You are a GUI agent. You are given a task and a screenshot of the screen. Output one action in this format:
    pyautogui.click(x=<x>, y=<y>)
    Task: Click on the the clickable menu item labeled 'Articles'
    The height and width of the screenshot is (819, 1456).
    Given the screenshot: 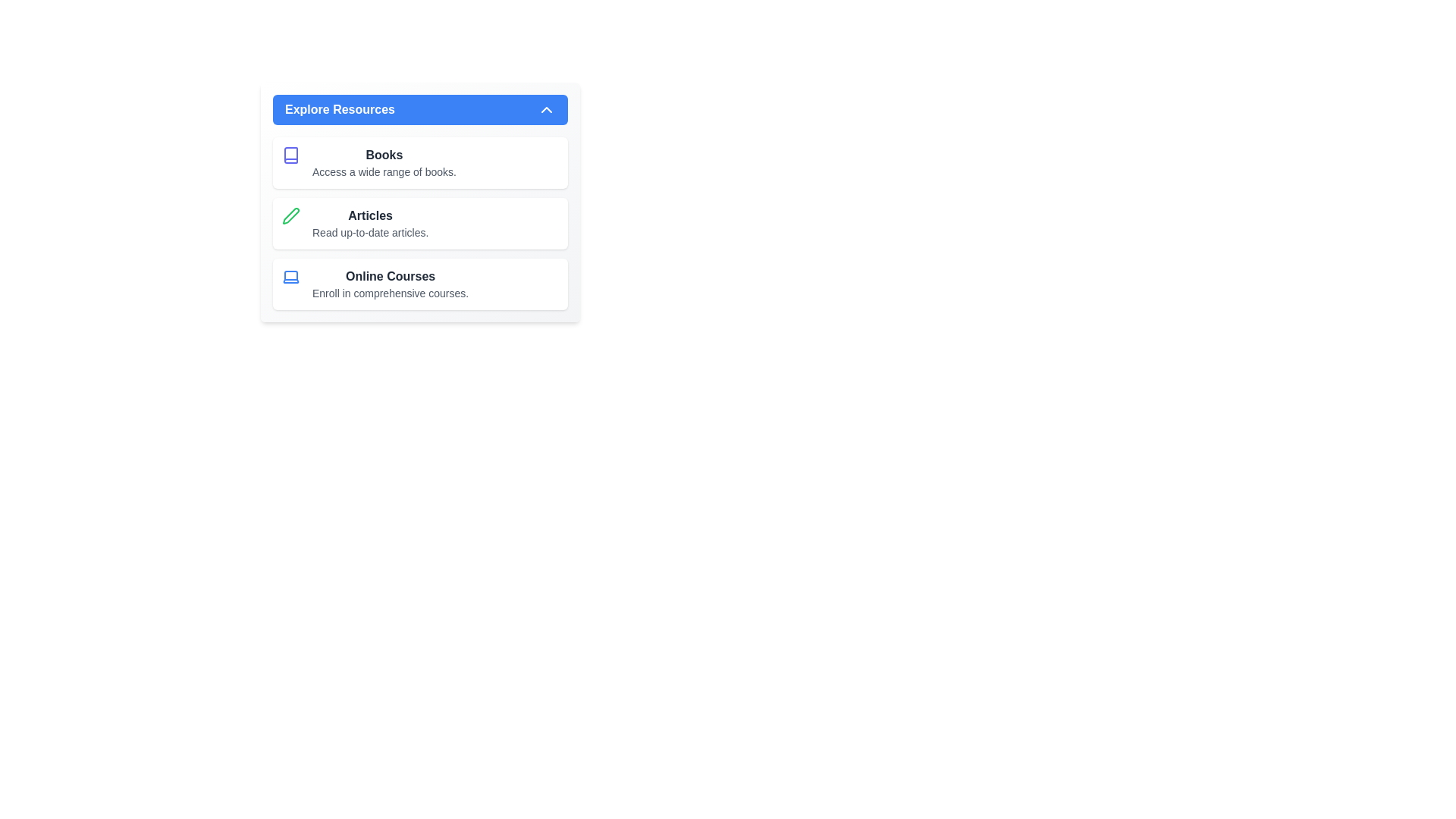 What is the action you would take?
    pyautogui.click(x=370, y=223)
    